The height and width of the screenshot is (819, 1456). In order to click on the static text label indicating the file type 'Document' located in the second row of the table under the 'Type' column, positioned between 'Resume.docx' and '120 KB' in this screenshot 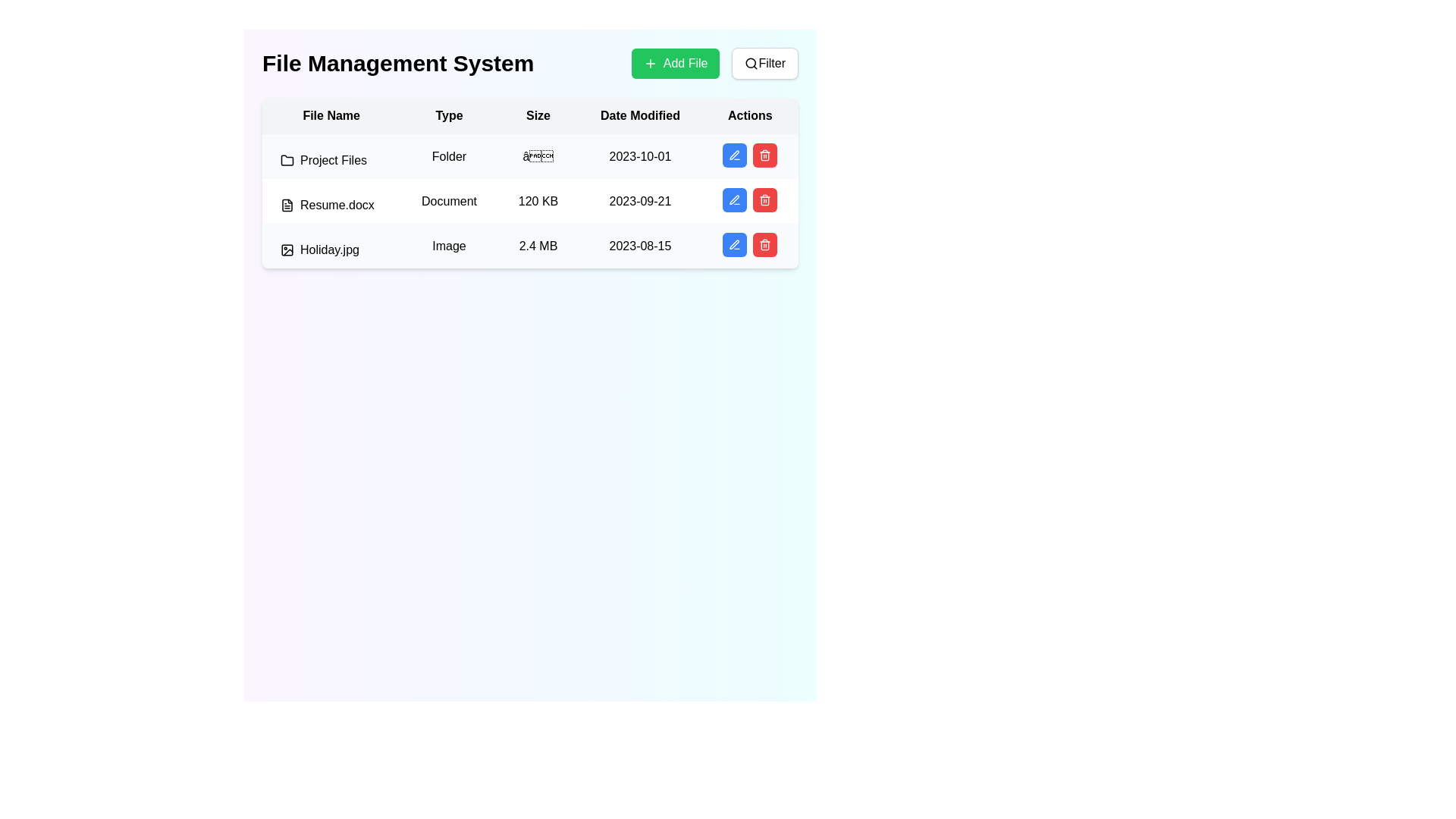, I will do `click(448, 200)`.